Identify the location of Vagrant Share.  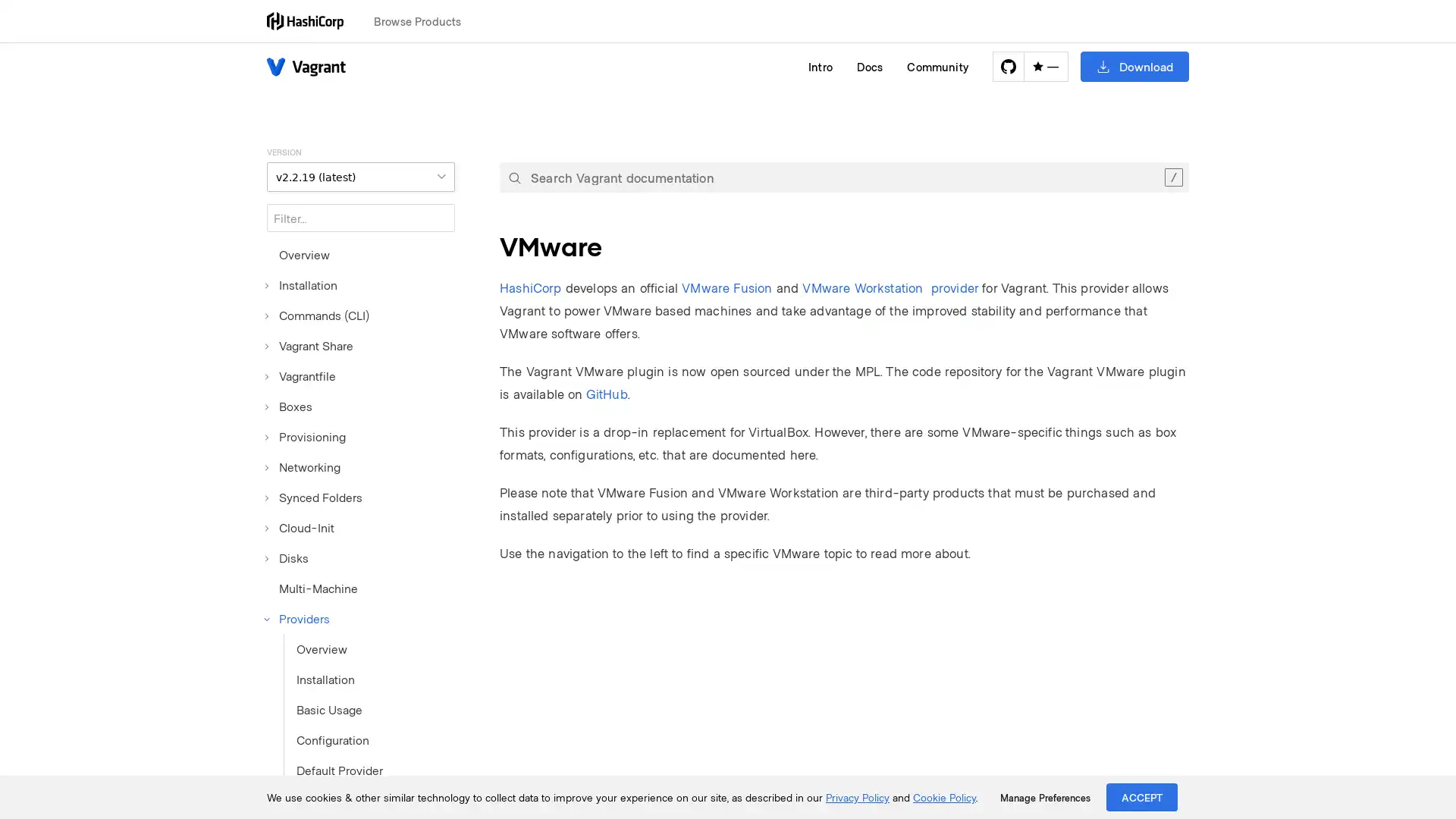
(309, 345).